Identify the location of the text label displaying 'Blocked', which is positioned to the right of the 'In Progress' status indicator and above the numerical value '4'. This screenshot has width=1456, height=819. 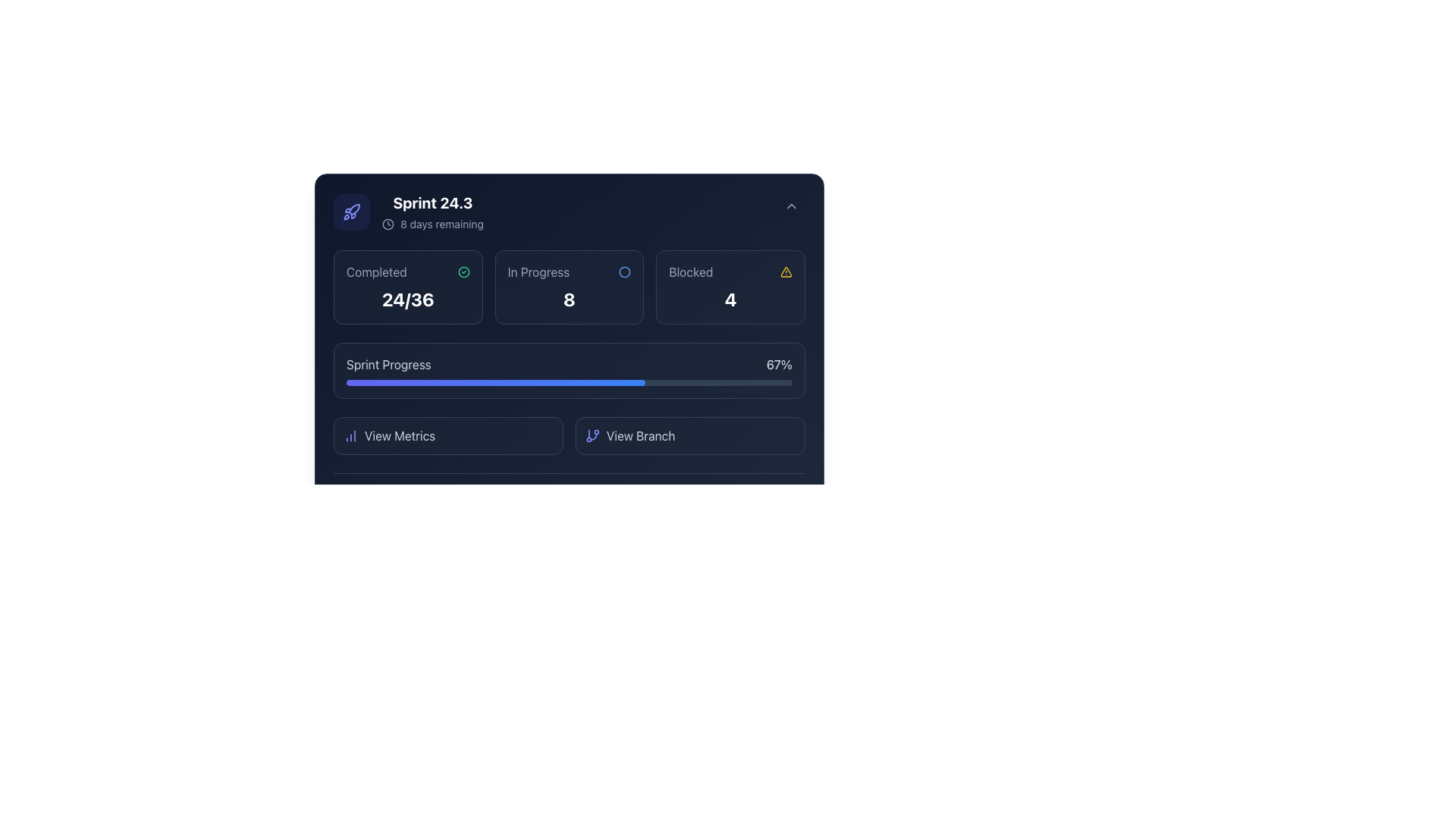
(690, 271).